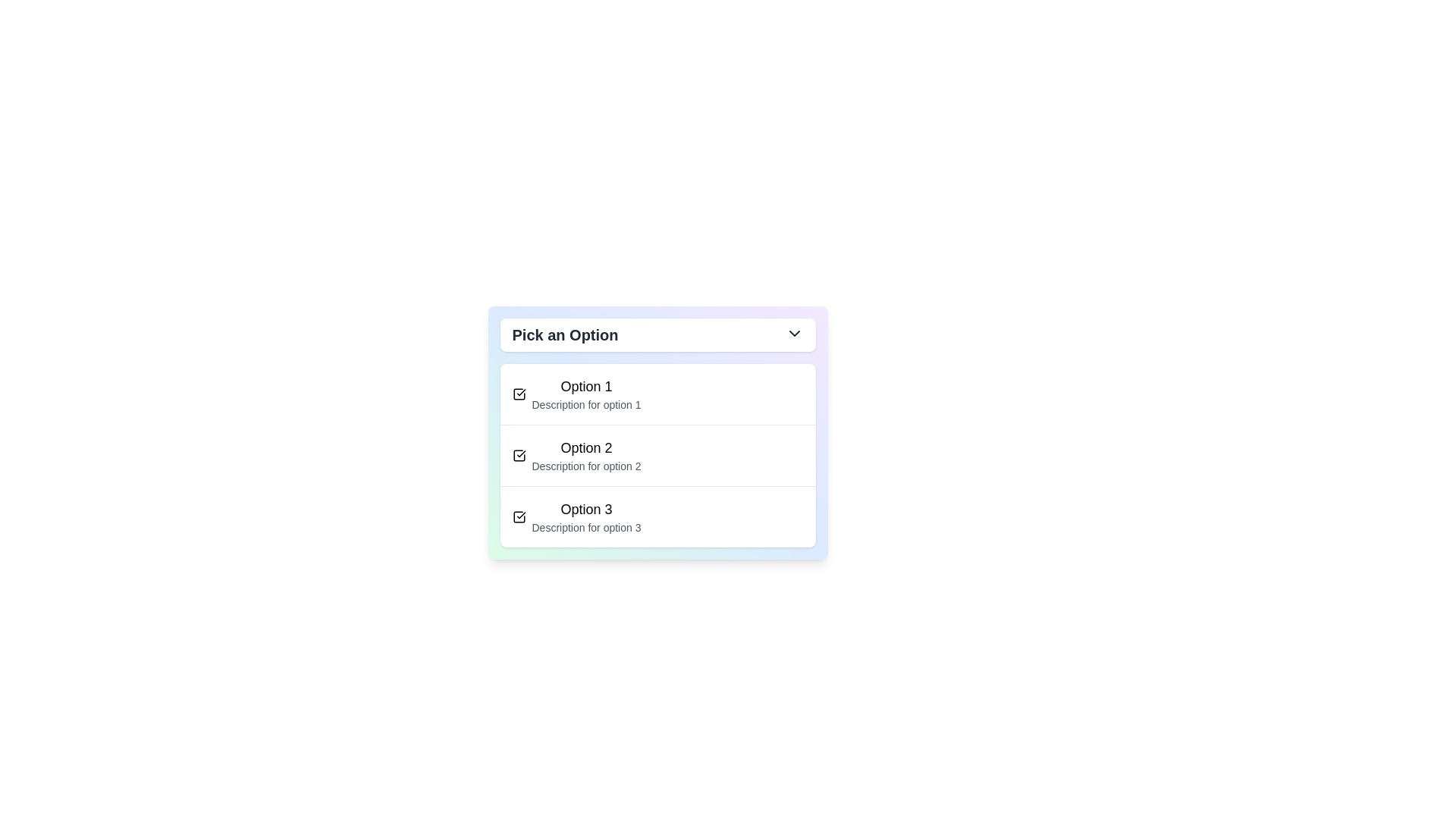 The image size is (1456, 819). What do you see at coordinates (657, 334) in the screenshot?
I see `toggle button to toggle the dropdown visibility` at bounding box center [657, 334].